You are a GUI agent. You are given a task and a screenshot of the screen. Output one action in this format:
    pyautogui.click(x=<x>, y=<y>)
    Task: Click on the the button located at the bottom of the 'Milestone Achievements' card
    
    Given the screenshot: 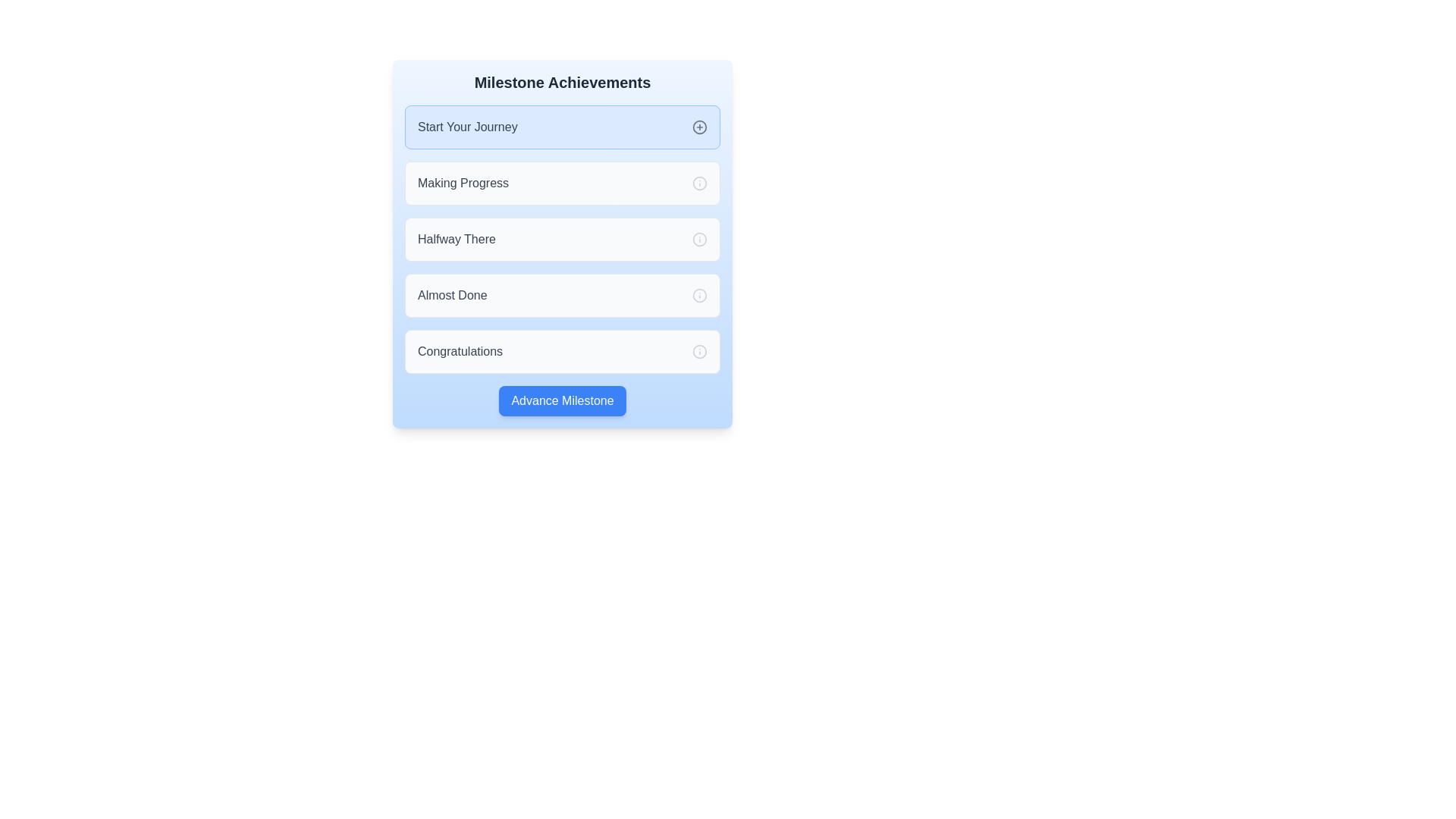 What is the action you would take?
    pyautogui.click(x=562, y=400)
    